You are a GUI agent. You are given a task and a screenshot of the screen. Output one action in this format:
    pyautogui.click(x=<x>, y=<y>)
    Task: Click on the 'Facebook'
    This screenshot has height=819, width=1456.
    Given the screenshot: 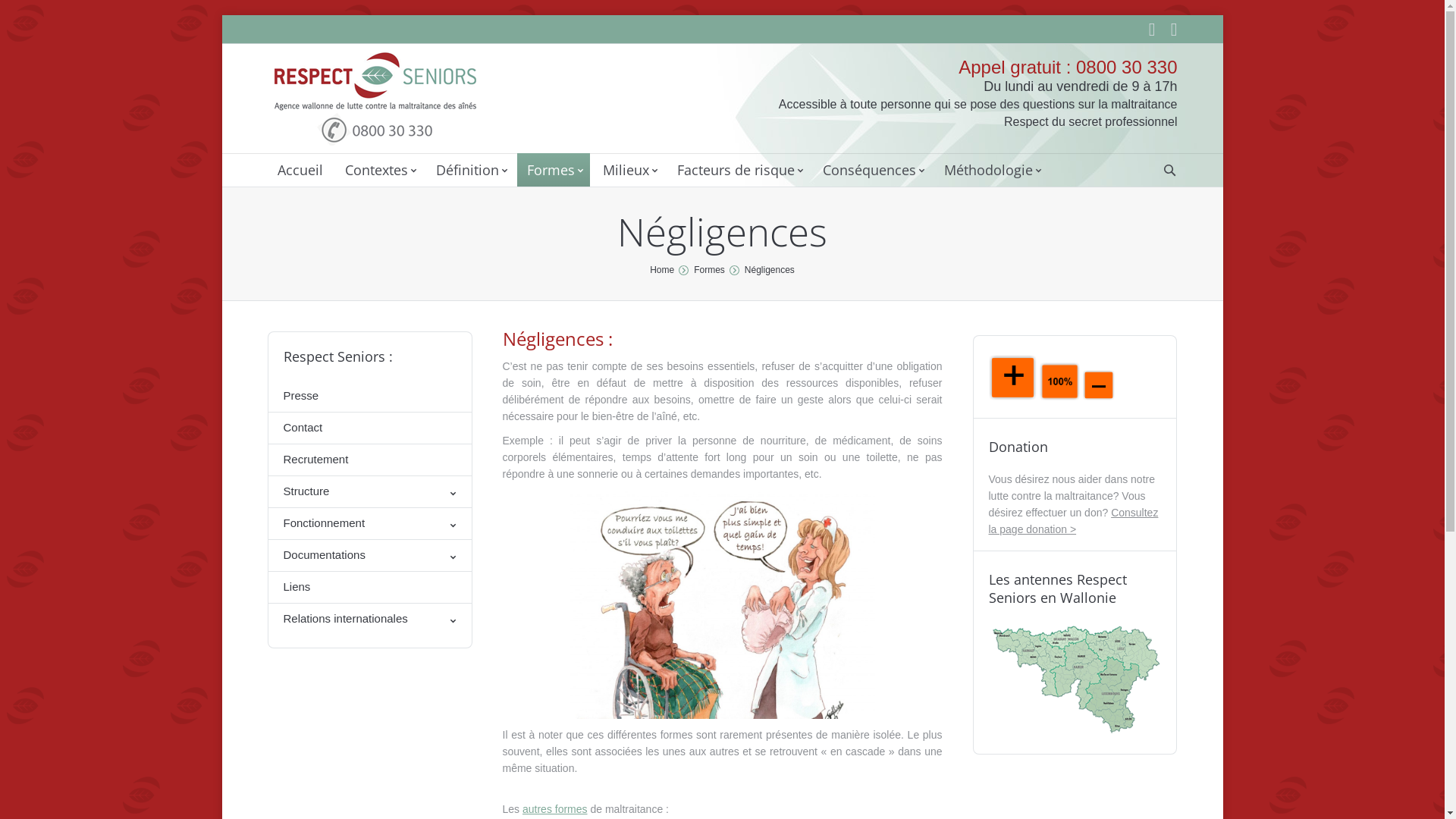 What is the action you would take?
    pyautogui.click(x=1157, y=30)
    